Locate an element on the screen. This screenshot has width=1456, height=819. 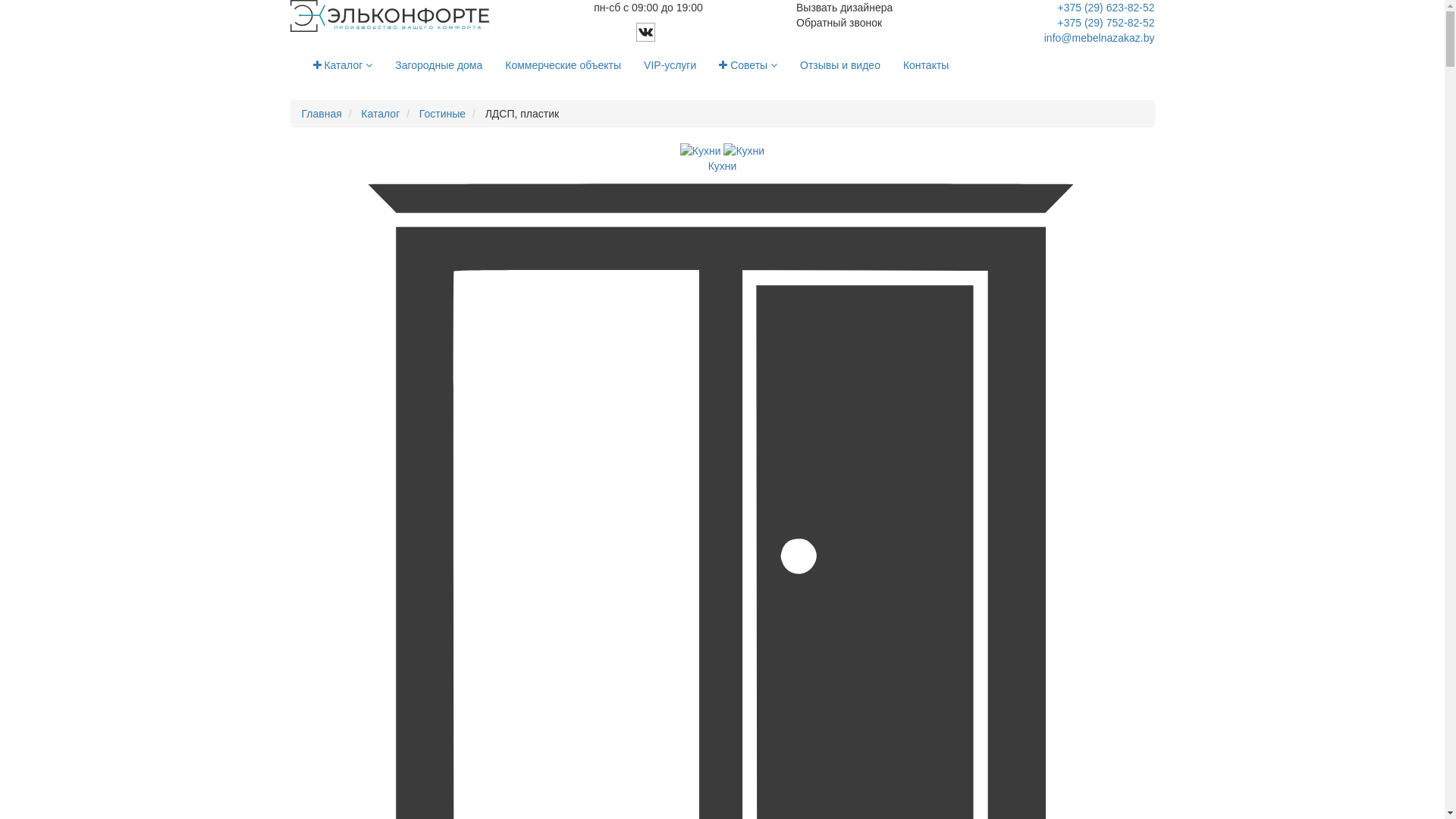
'info@mebelnazakaz.by' is located at coordinates (1099, 37).